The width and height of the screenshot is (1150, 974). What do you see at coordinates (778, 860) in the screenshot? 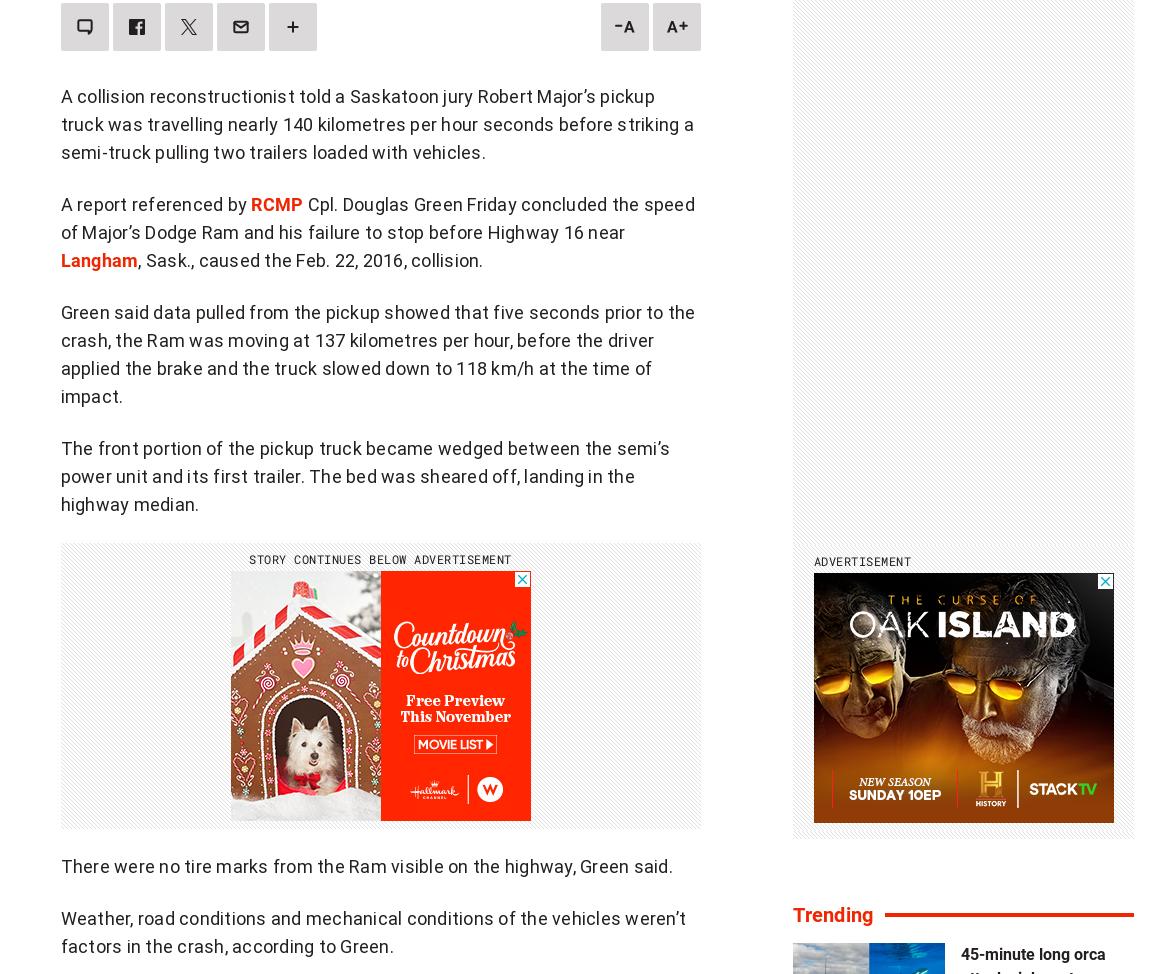
I see `'Smart home'` at bounding box center [778, 860].